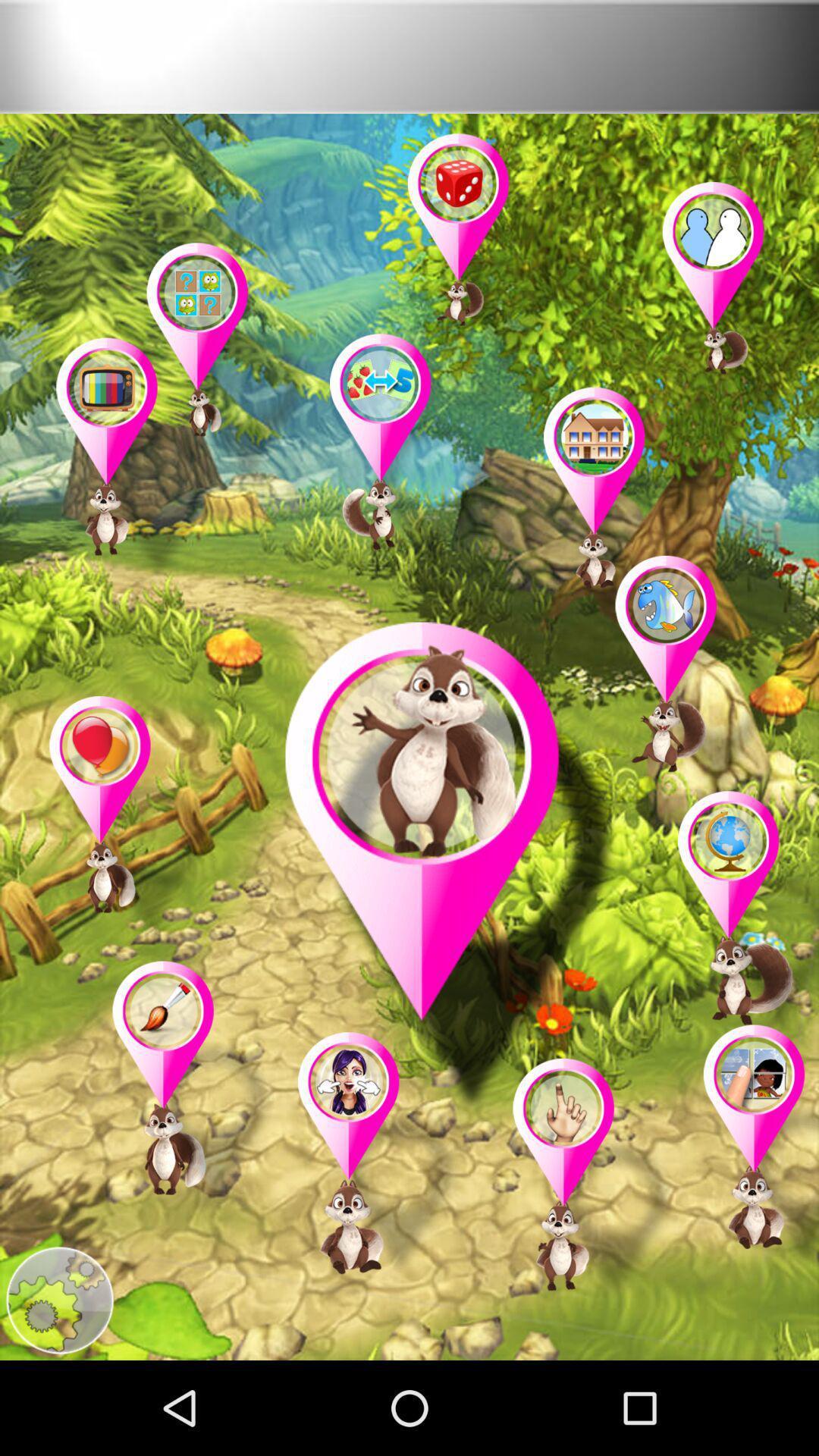 The width and height of the screenshot is (819, 1456). Describe the element at coordinates (193, 1085) in the screenshot. I see `open the game` at that location.